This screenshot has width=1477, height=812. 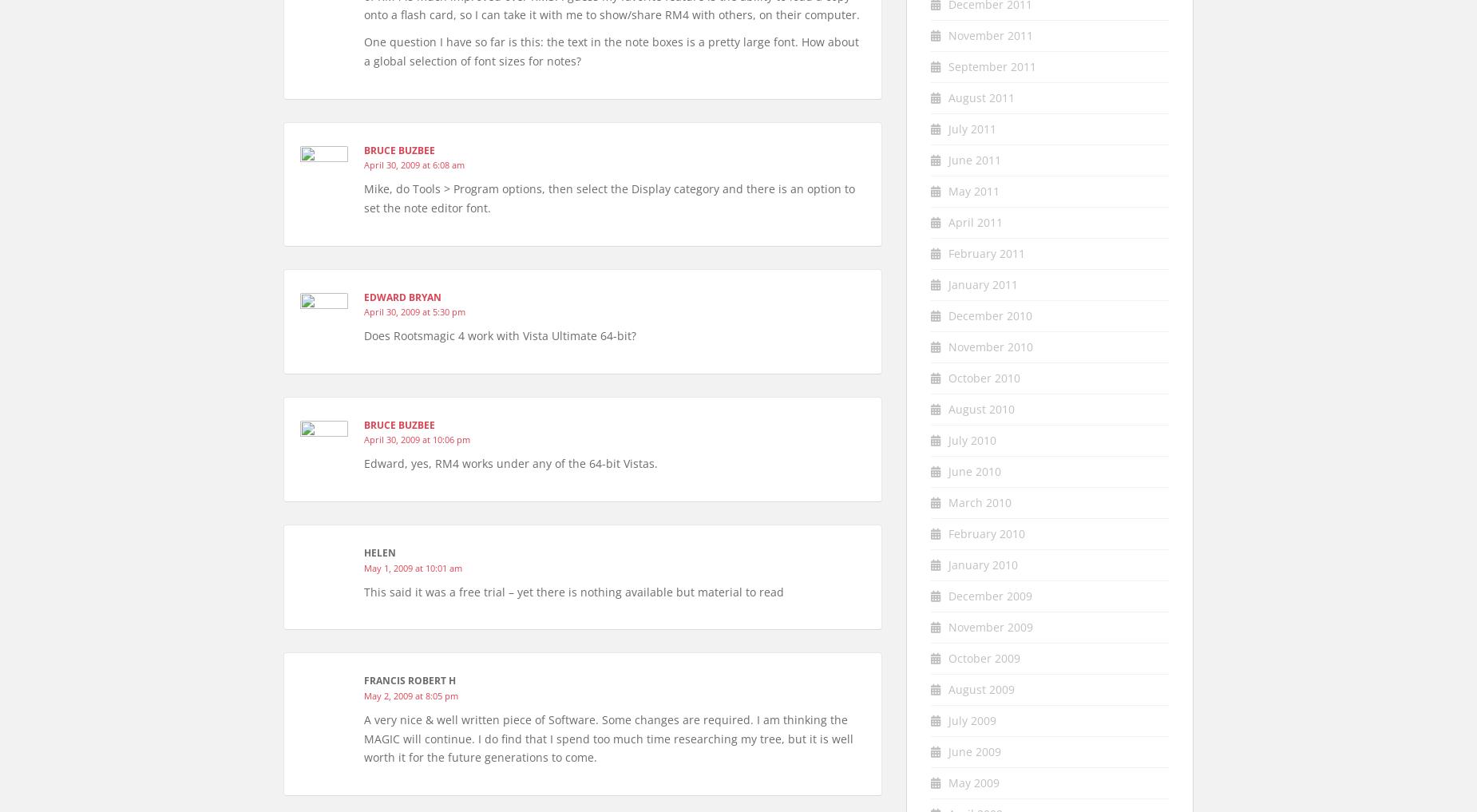 I want to click on 'April 30, 2009 at 6:08 am', so click(x=414, y=164).